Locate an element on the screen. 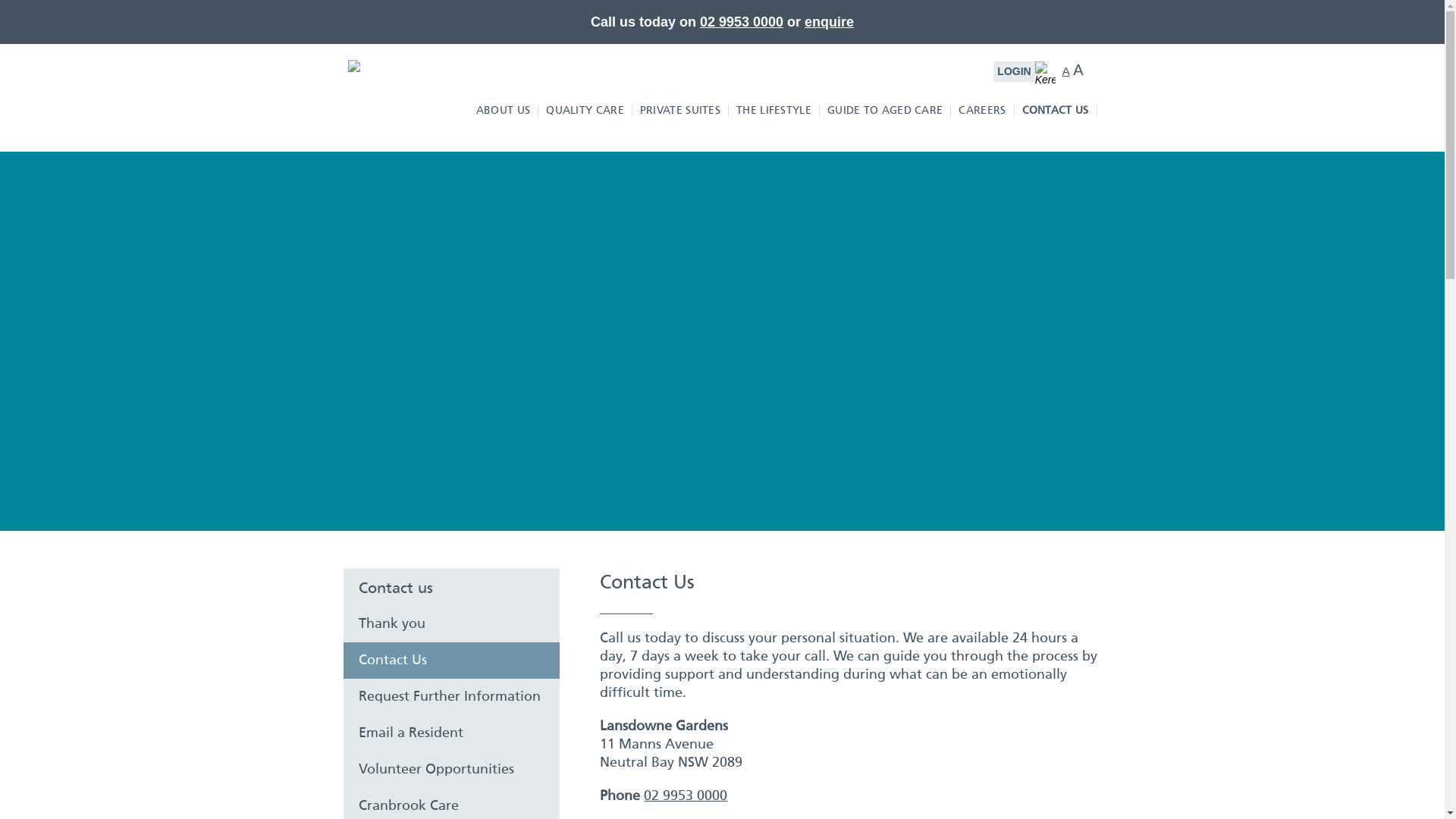 This screenshot has height=819, width=1456. 'Volunteer Opportunities' is located at coordinates (450, 769).